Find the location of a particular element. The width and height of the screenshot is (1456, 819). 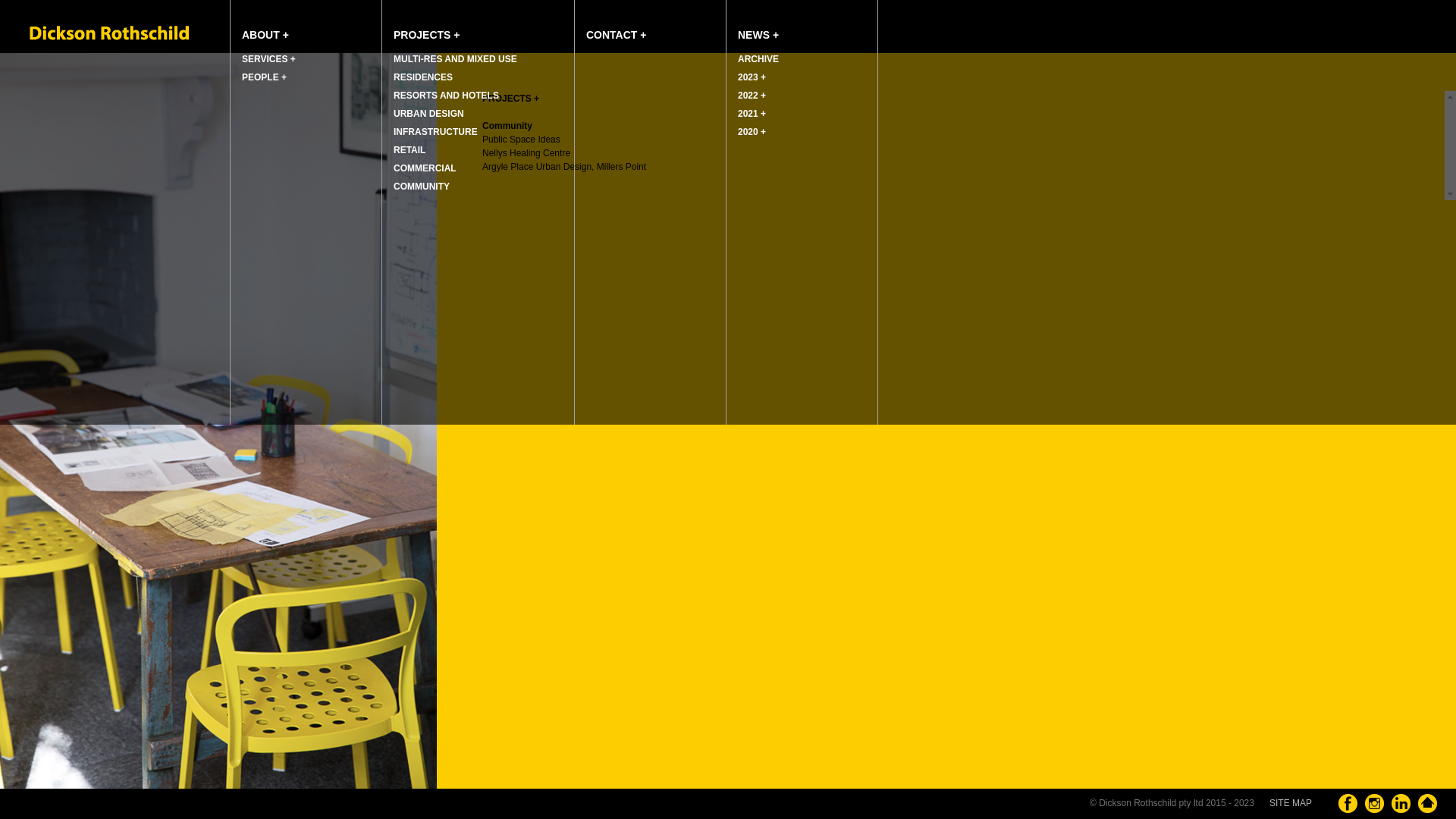

'SITE MAP' is located at coordinates (1269, 802).